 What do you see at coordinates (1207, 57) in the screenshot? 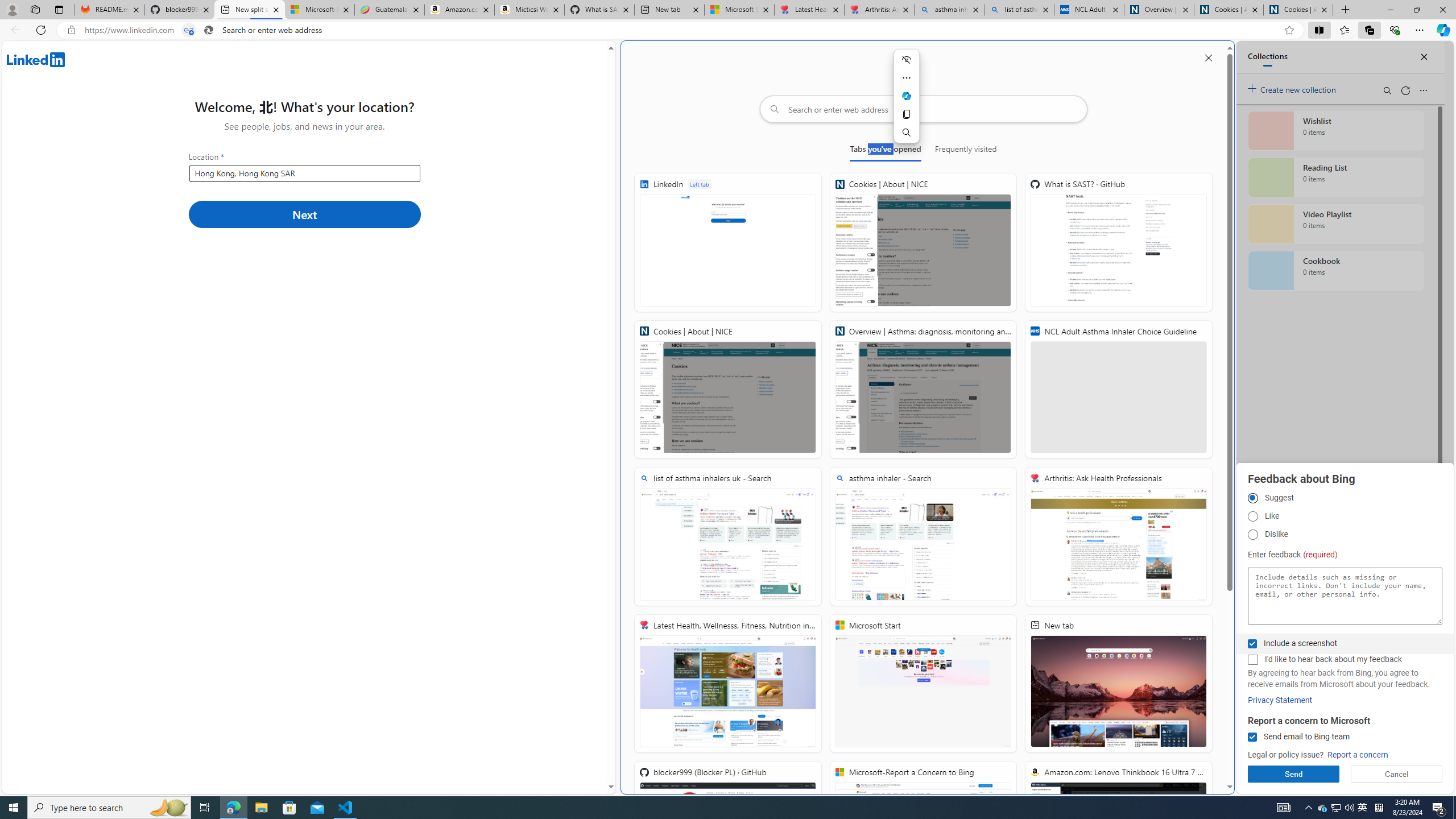
I see `'Close split screen'` at bounding box center [1207, 57].